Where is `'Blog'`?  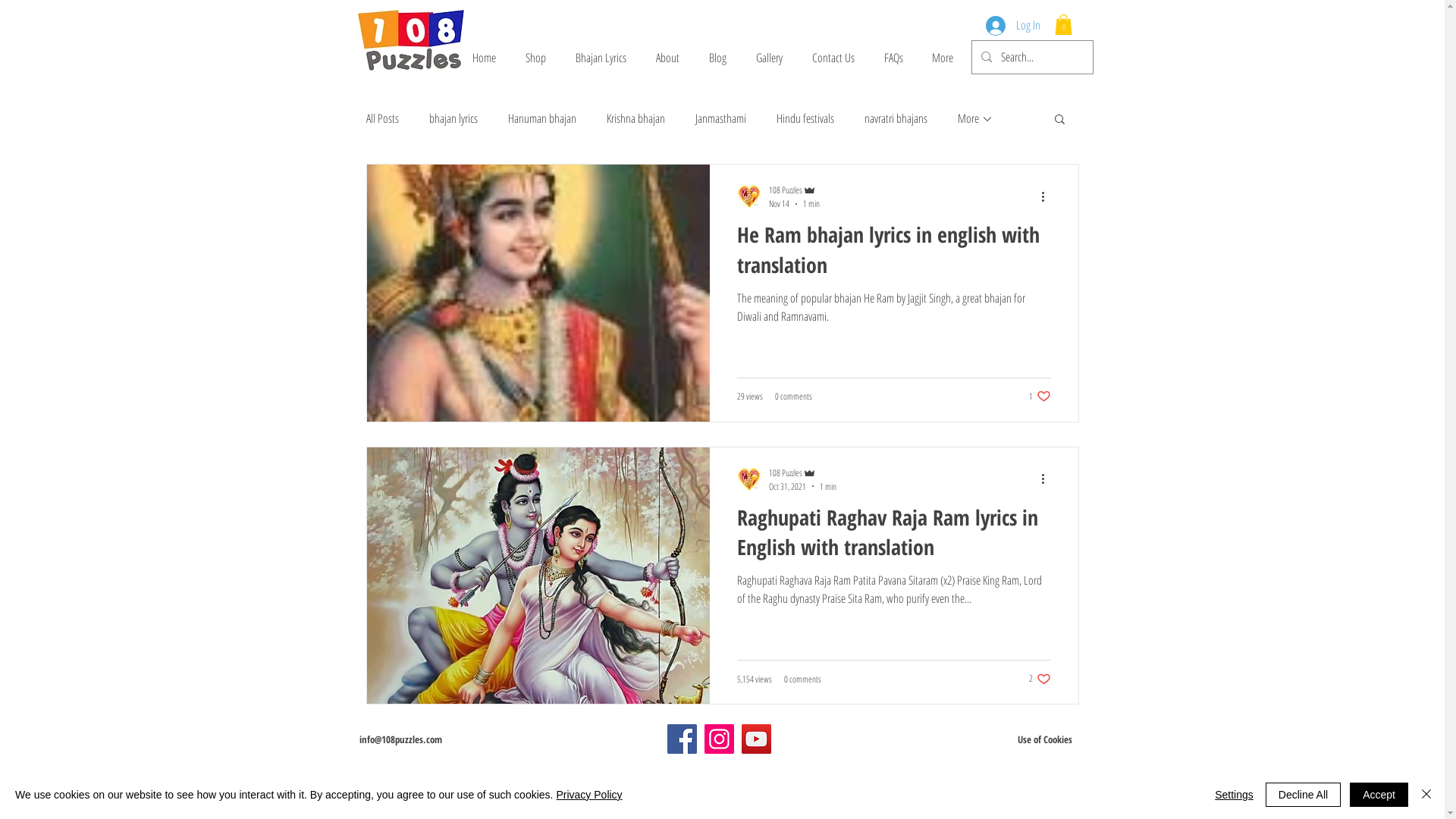
'Blog' is located at coordinates (717, 57).